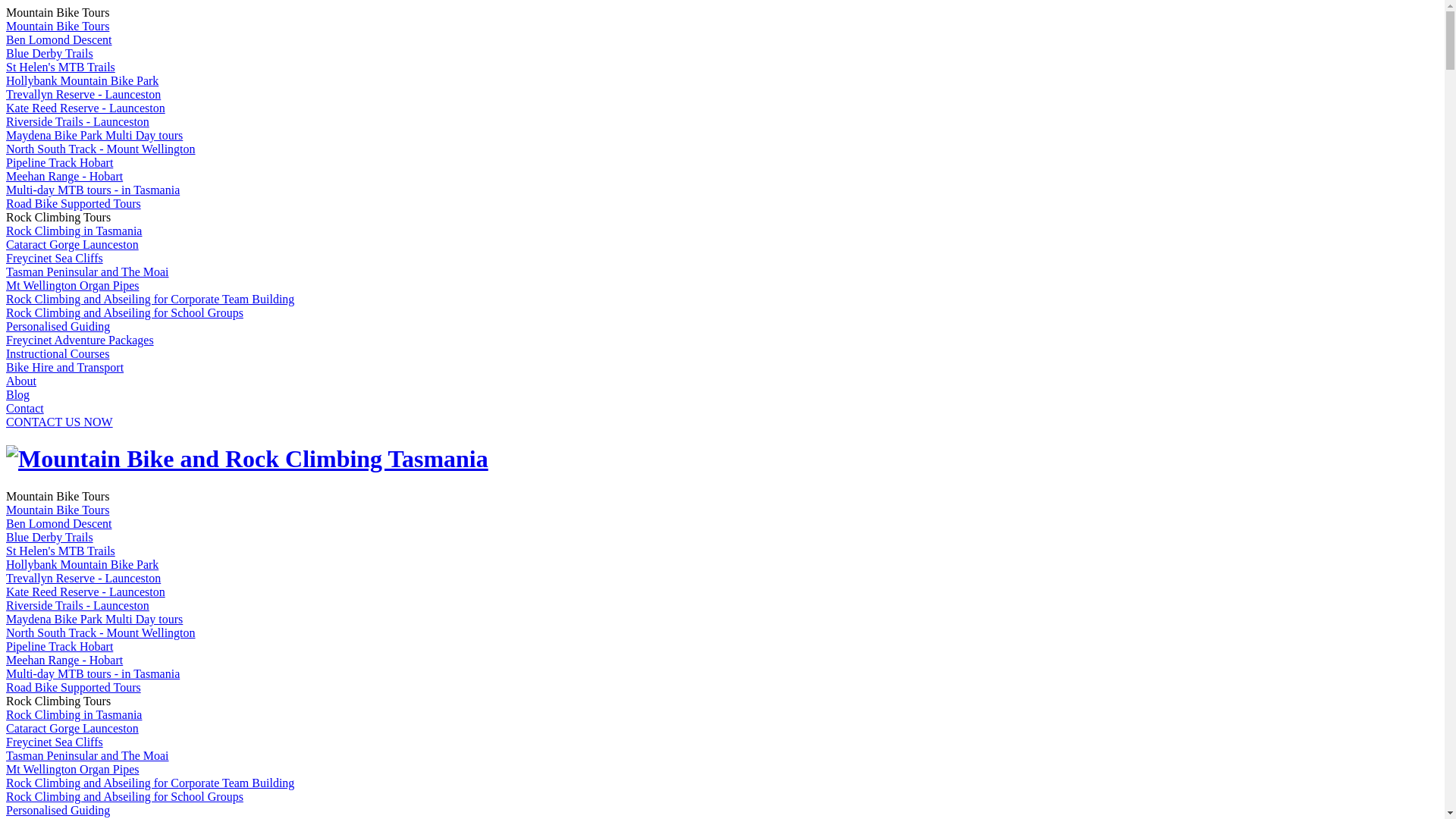 The image size is (1456, 819). Describe the element at coordinates (59, 162) in the screenshot. I see `'Pipeline Track Hobart'` at that location.